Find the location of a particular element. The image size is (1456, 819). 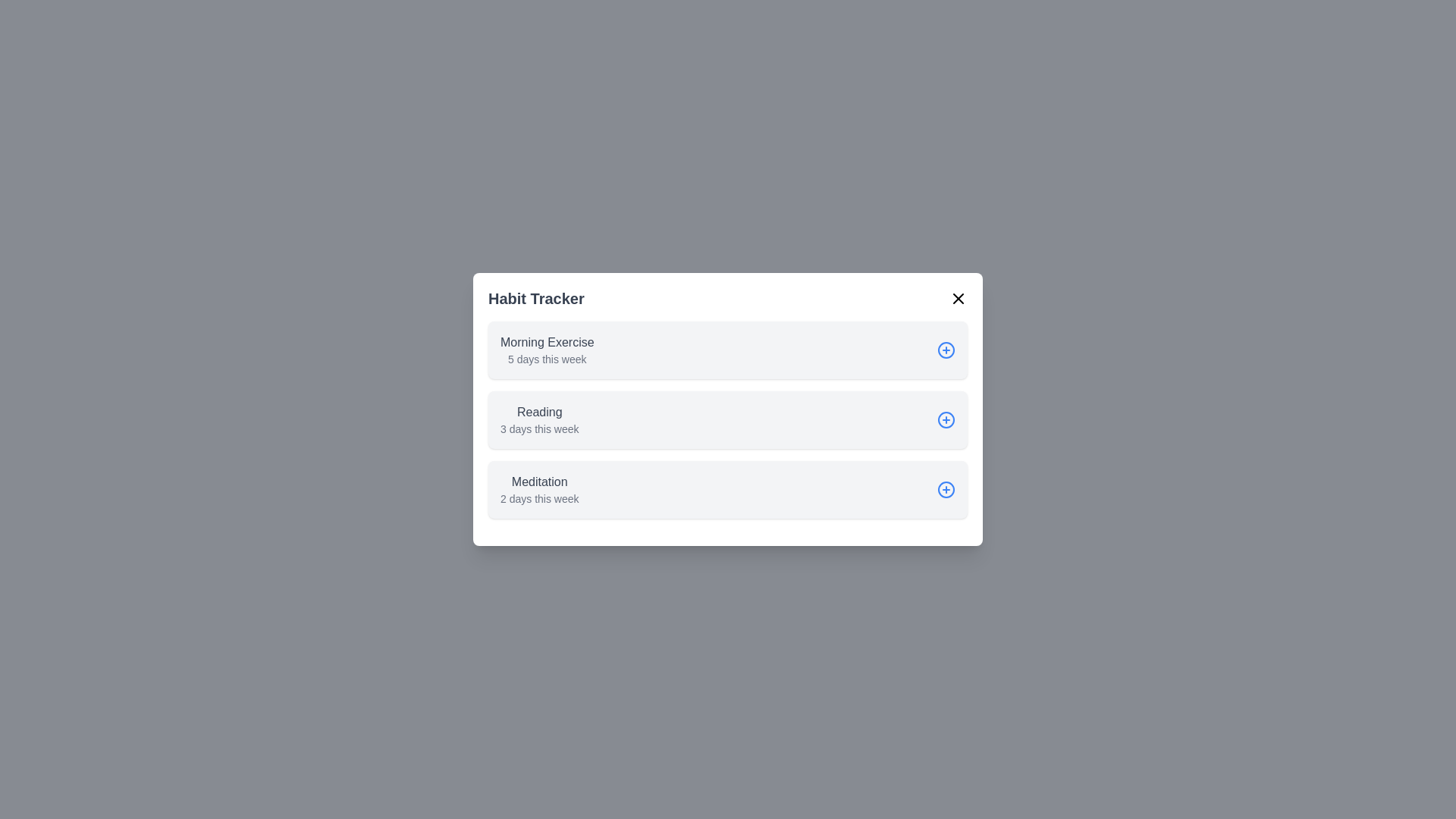

the title text of the Habit Tracker component is located at coordinates (535, 298).